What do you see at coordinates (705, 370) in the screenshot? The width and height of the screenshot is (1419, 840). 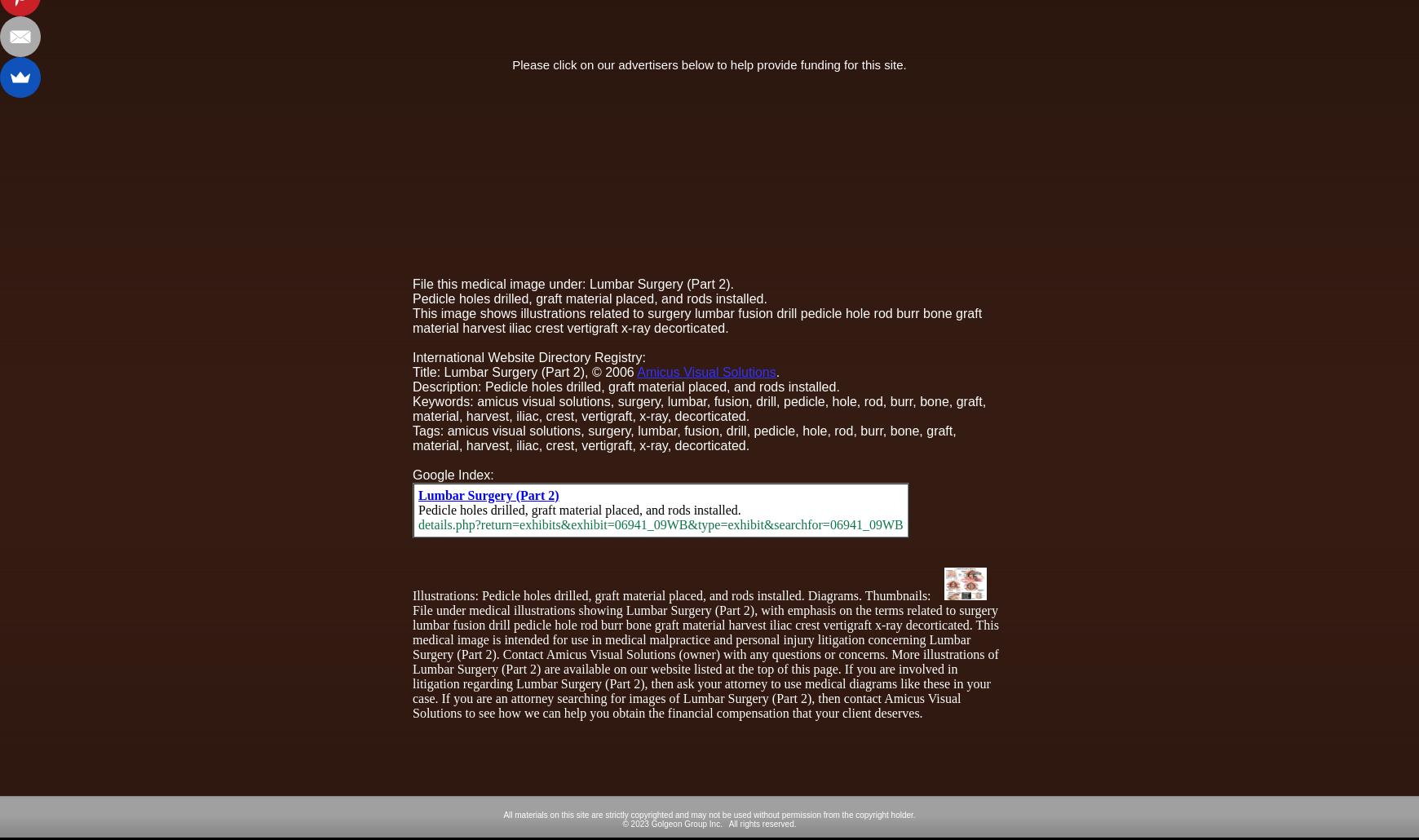 I see `'Amicus Visual Solutions'` at bounding box center [705, 370].